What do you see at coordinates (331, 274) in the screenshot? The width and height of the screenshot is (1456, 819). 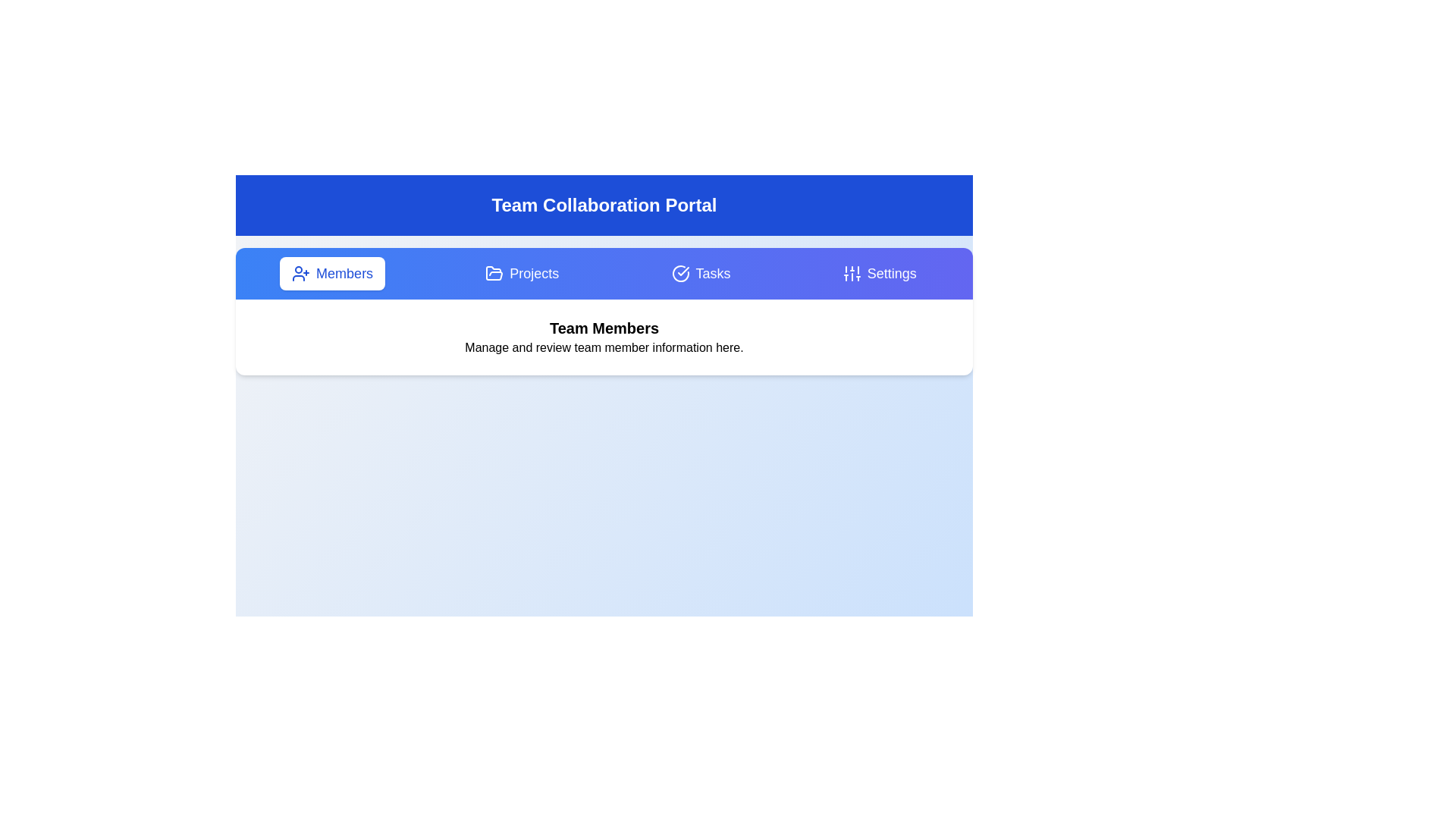 I see `the first interactive button in the navigation bar` at bounding box center [331, 274].